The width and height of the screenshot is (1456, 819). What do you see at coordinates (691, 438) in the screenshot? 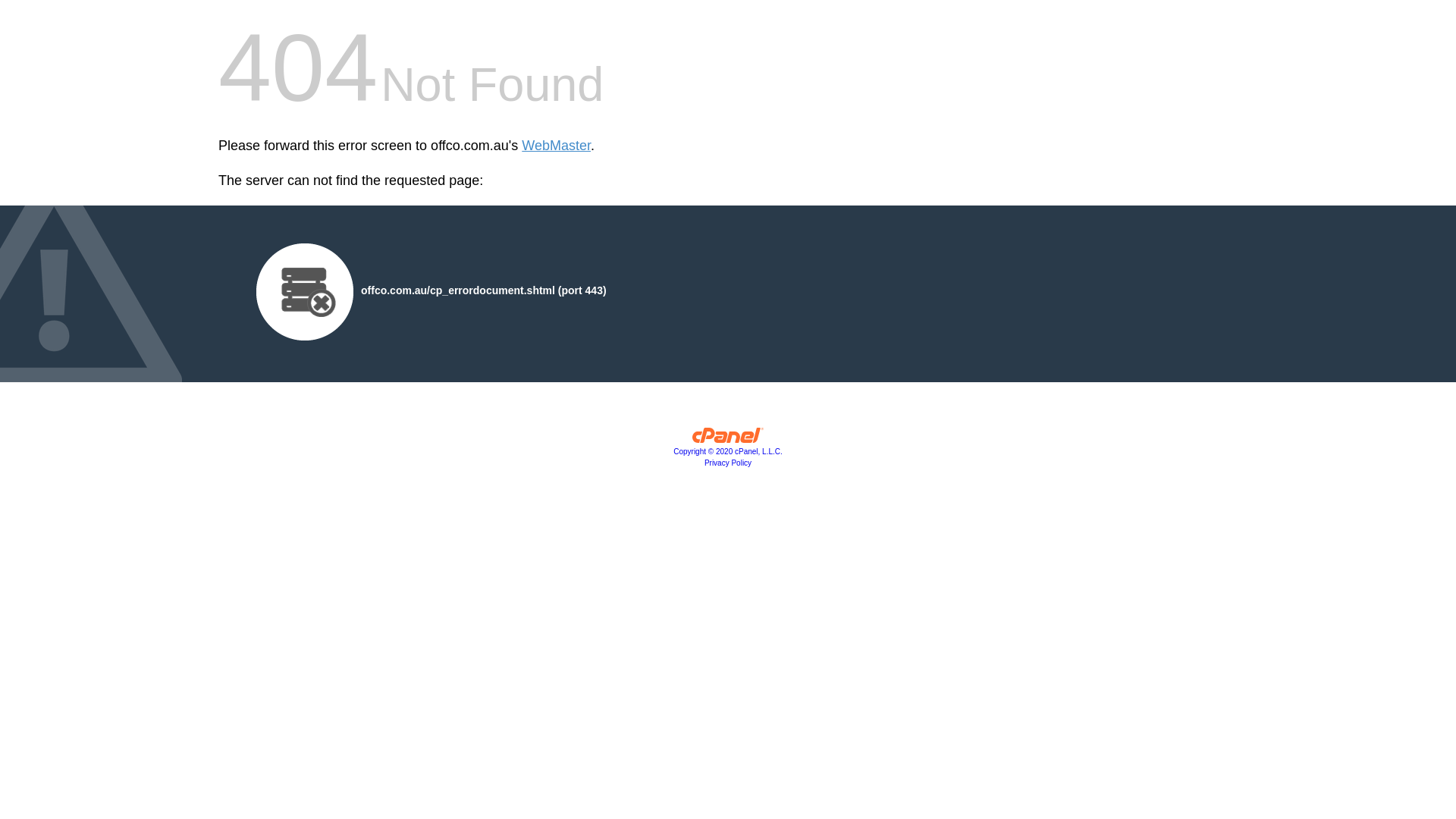
I see `'cPanel, Inc.'` at bounding box center [691, 438].